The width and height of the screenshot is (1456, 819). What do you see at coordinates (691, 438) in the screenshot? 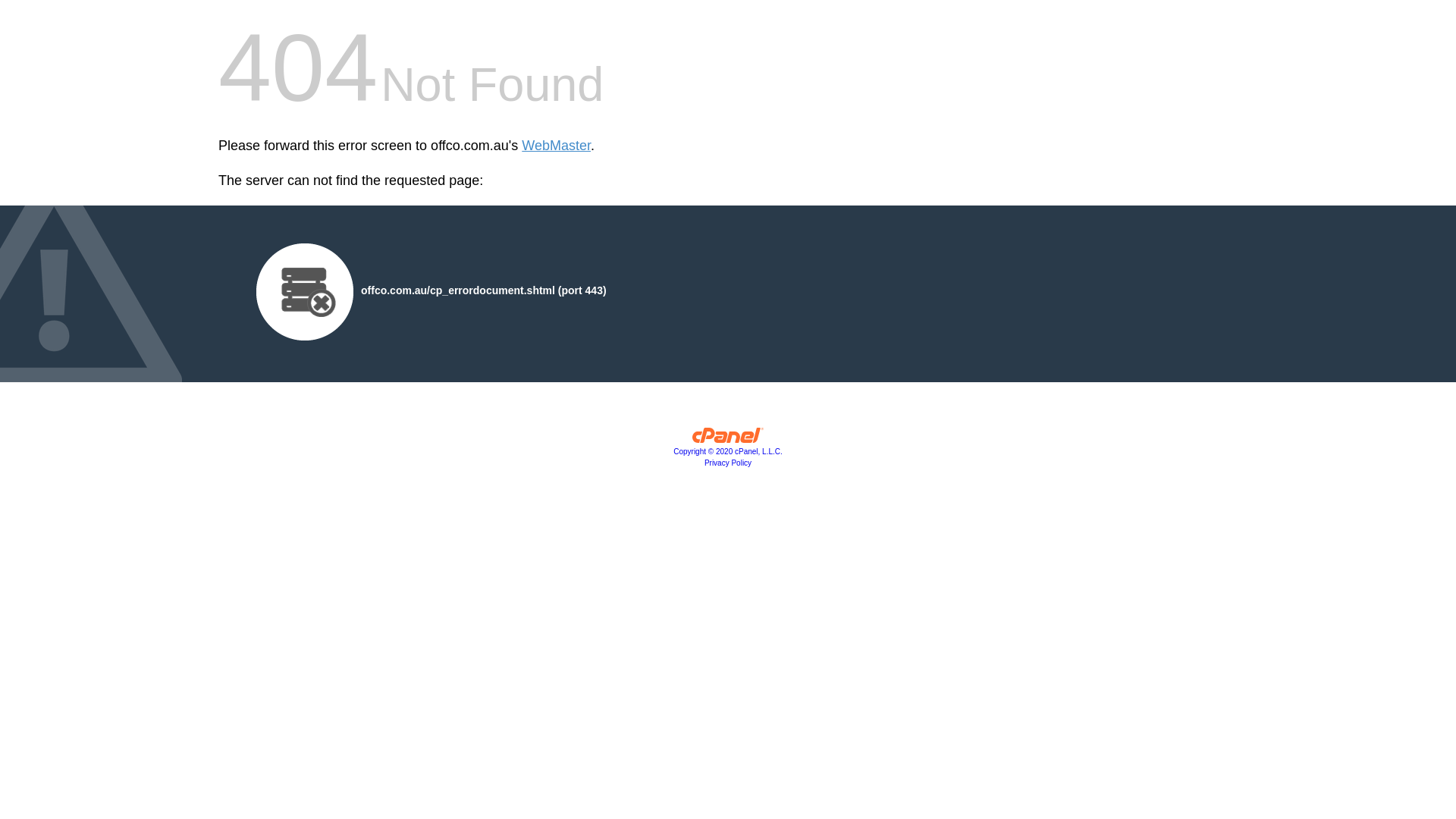
I see `'cPanel, Inc.'` at bounding box center [691, 438].